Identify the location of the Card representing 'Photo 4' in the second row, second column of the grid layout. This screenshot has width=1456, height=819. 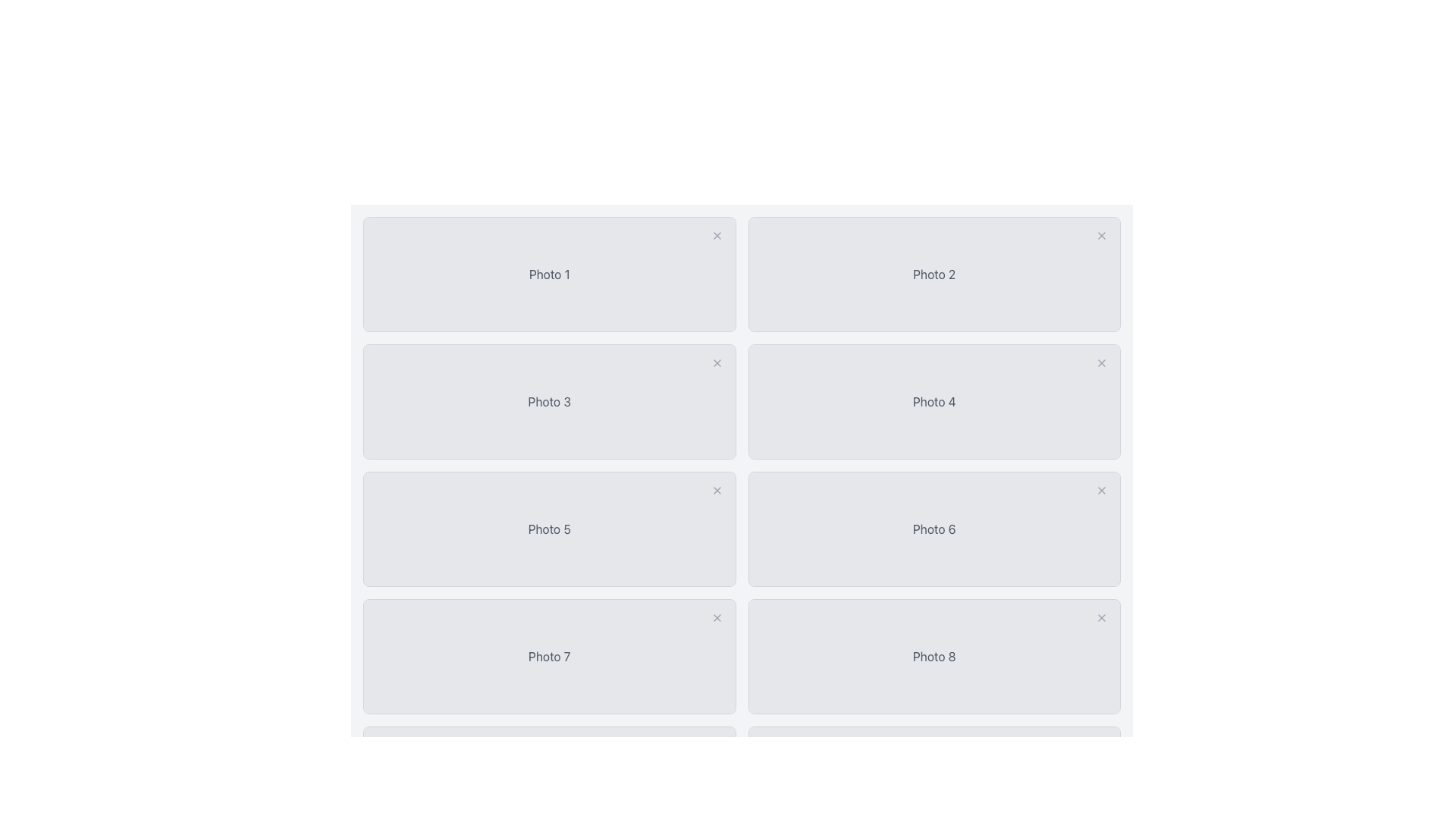
(934, 400).